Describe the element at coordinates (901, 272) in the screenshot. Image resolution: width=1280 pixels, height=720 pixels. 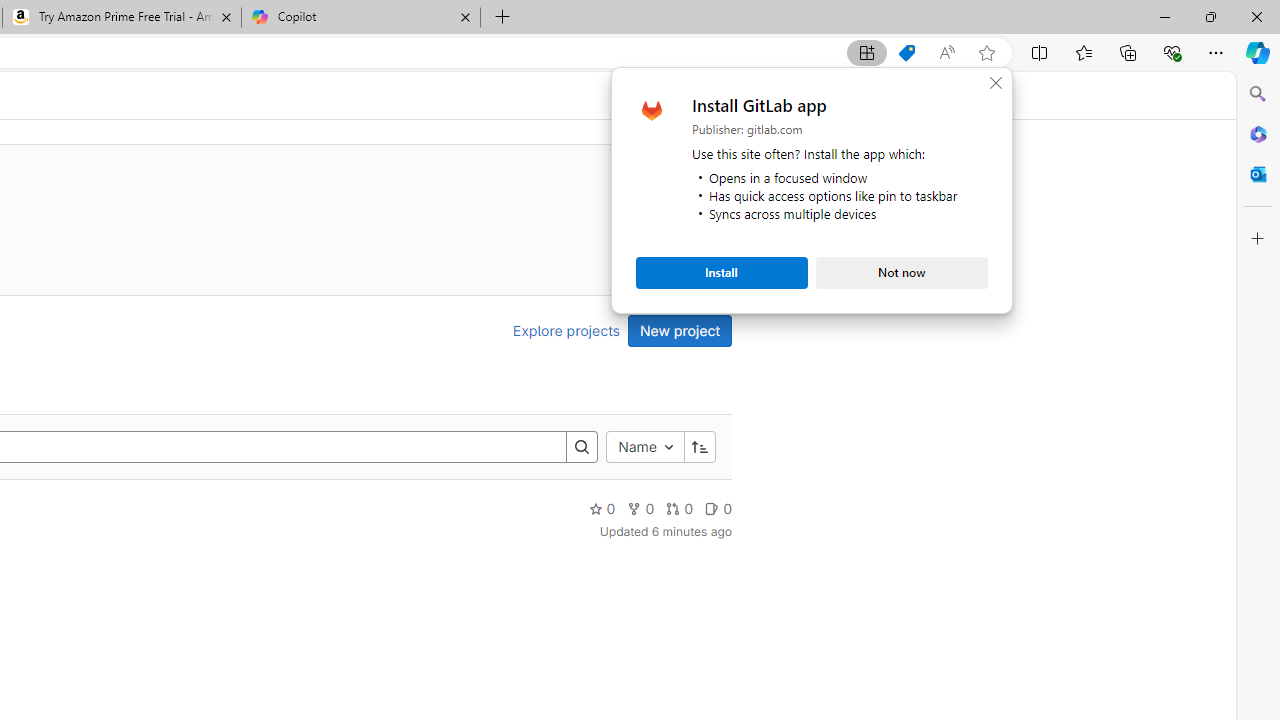
I see `'Not now'` at that location.